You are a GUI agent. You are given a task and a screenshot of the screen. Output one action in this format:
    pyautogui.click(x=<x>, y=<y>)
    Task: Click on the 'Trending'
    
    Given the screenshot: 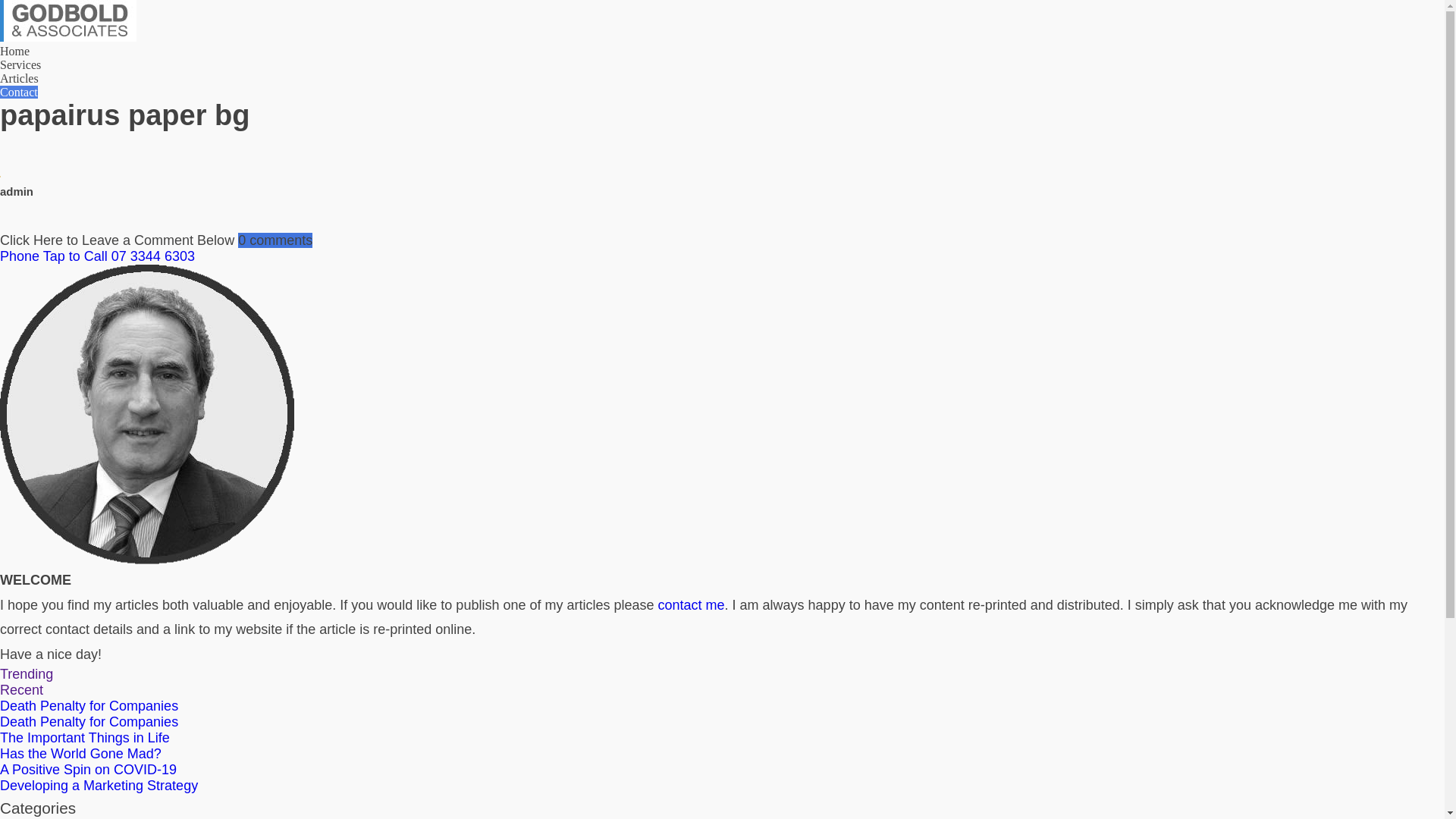 What is the action you would take?
    pyautogui.click(x=0, y=673)
    